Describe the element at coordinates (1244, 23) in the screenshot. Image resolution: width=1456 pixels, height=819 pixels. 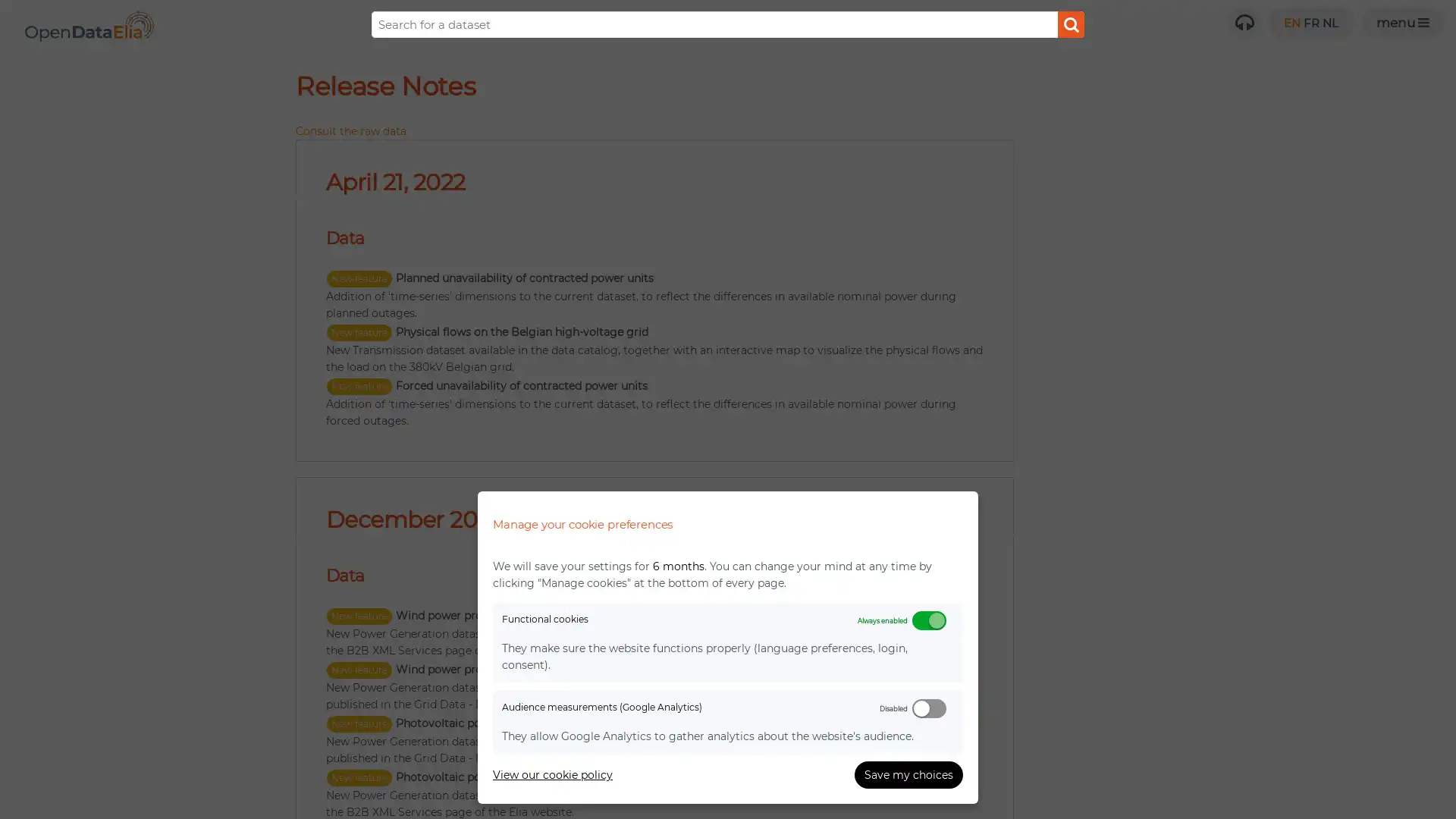
I see `Need help?` at that location.